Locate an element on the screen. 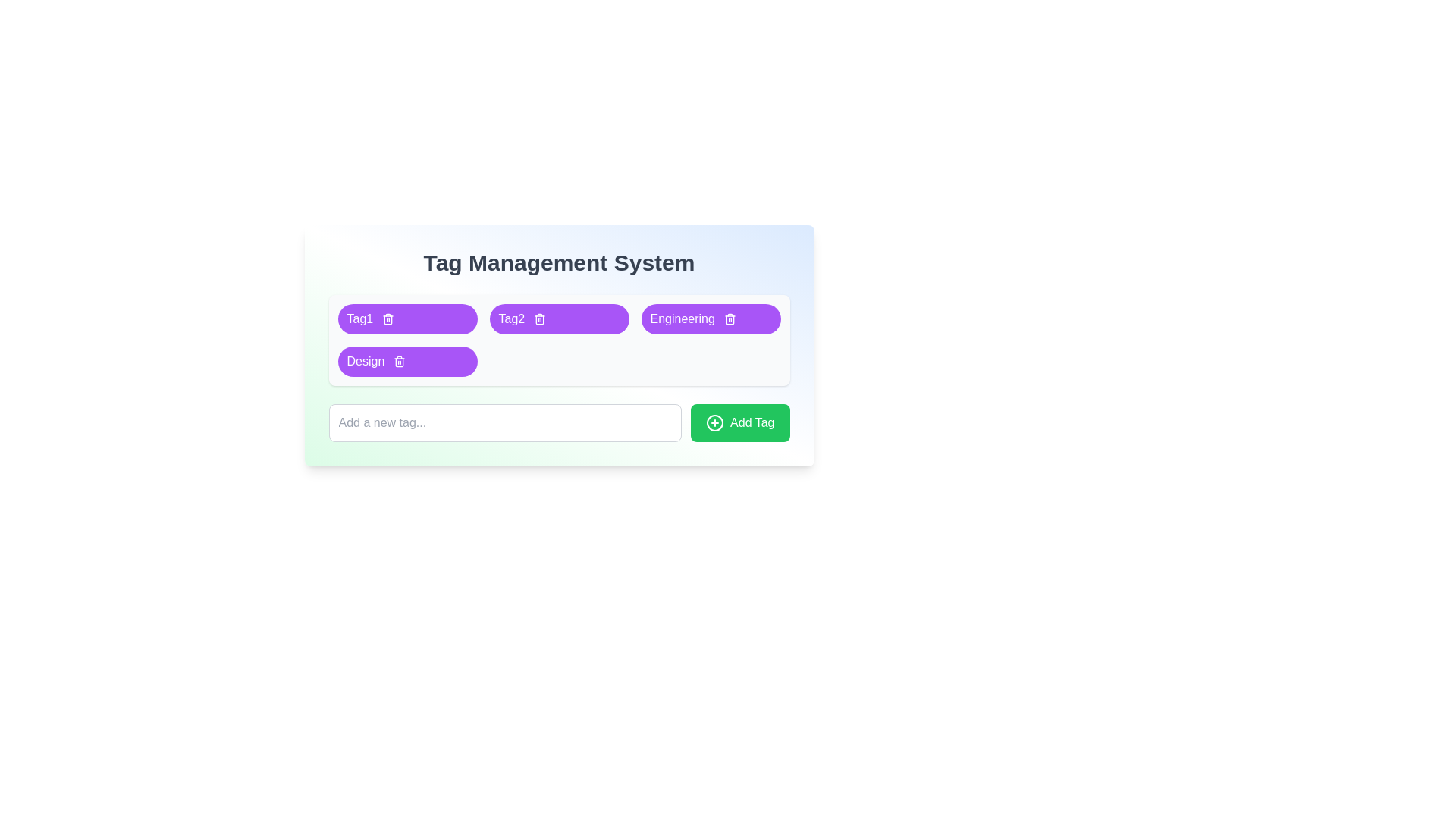 This screenshot has height=819, width=1456. the 'Add Tag' button, which is a green button with white text and a circular plus icon, located at the rightmost position next to the input field labeled 'Add a new tag...' is located at coordinates (740, 423).